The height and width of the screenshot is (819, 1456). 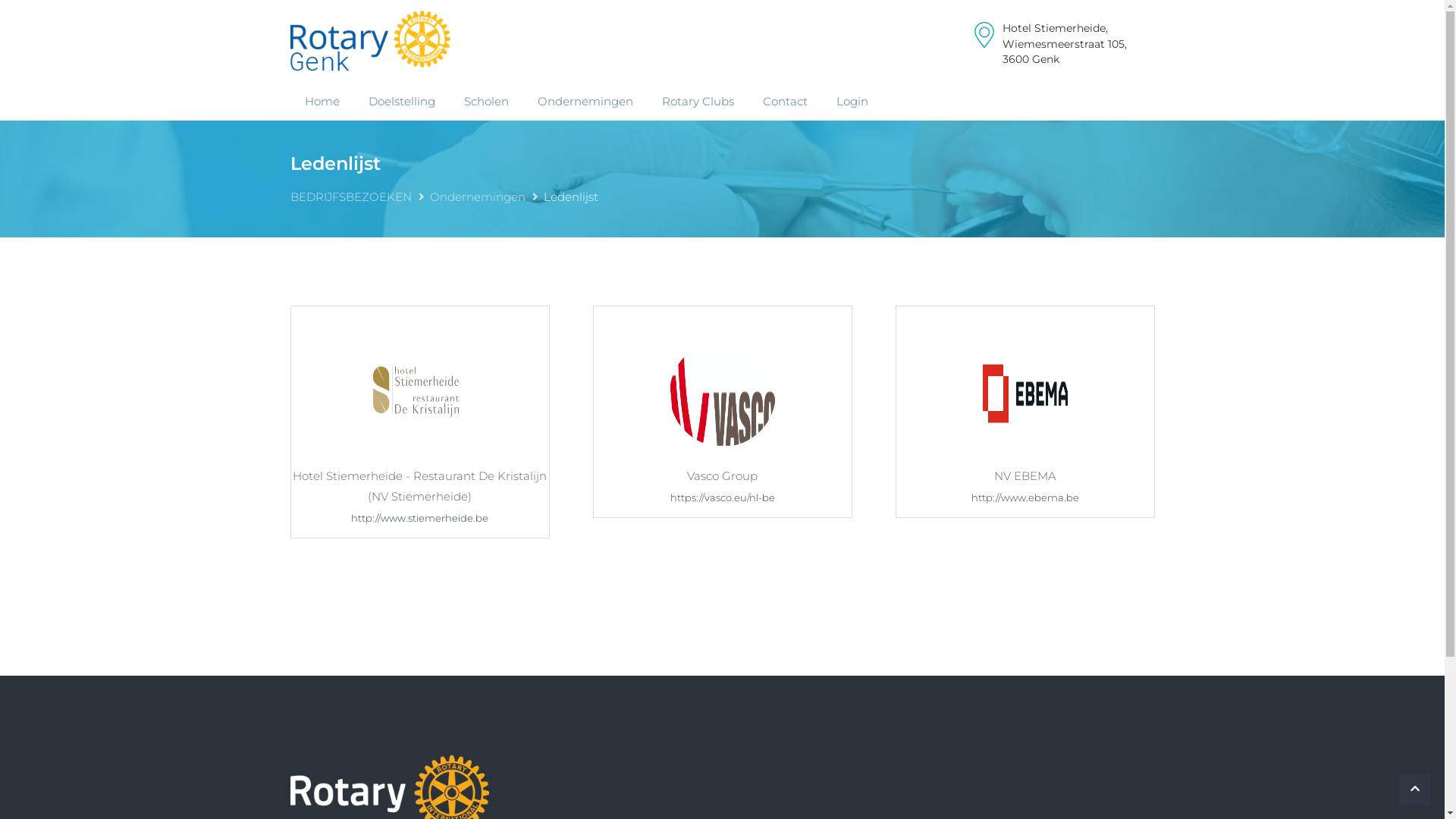 What do you see at coordinates (722, 497) in the screenshot?
I see `'https://vasco.eu/nl-be'` at bounding box center [722, 497].